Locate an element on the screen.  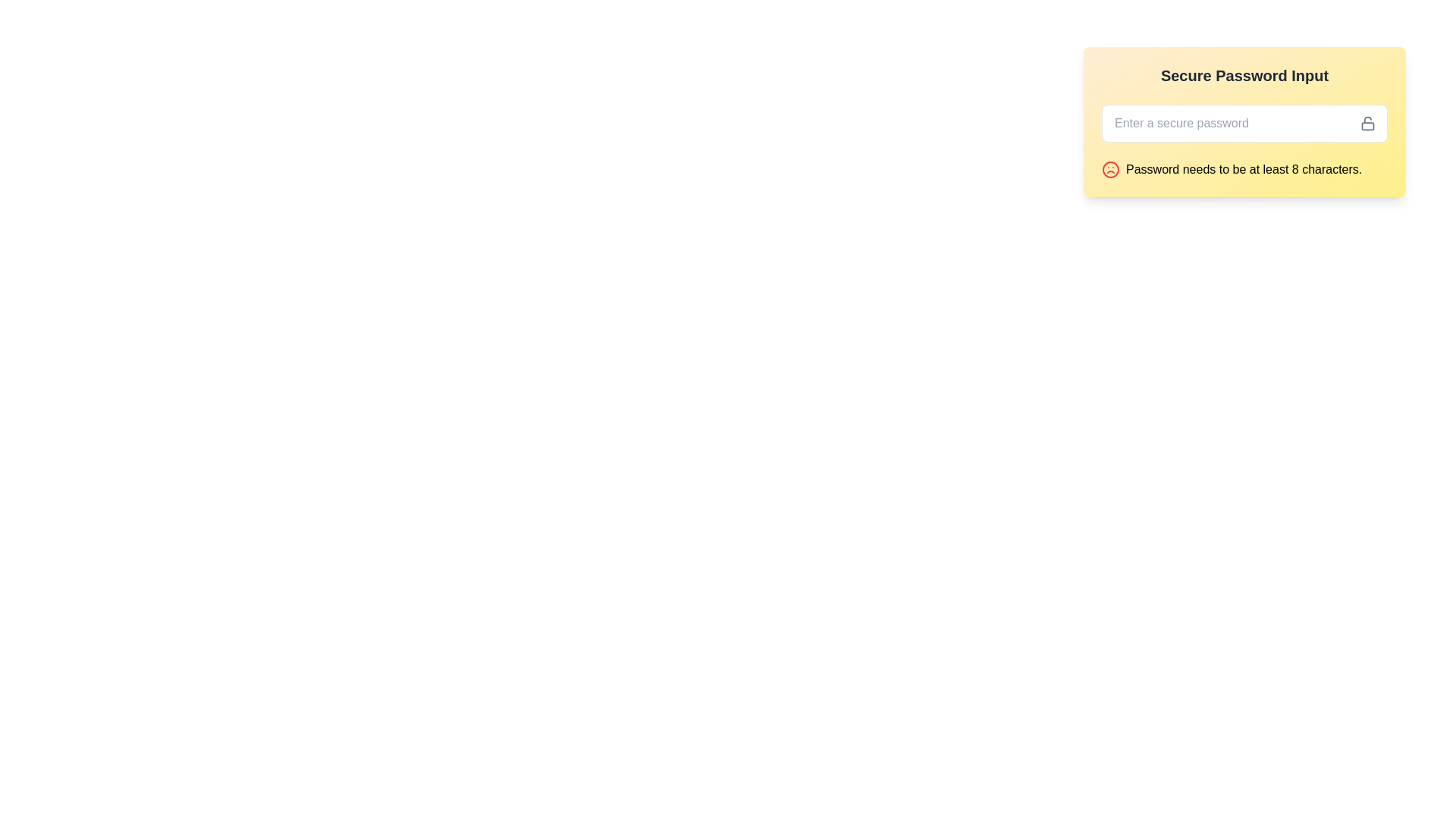
the warning icon indicating password requirements, located to the left of the text message 'Password needs to be at least 8 characters.' inside a yellow box beneath the password input field is located at coordinates (1110, 169).